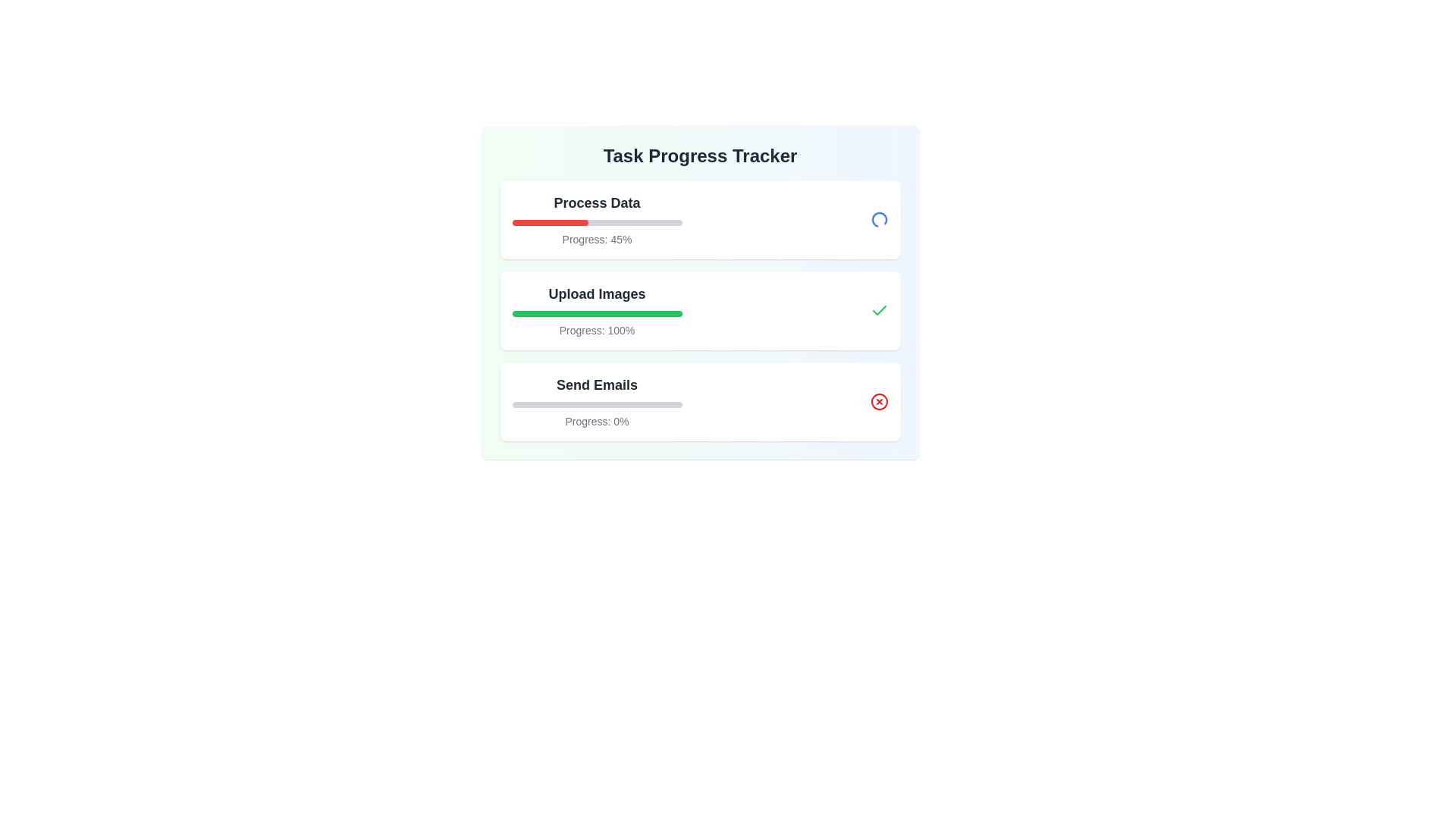 The width and height of the screenshot is (1456, 819). What do you see at coordinates (596, 219) in the screenshot?
I see `the progress bar titled 'Process Data'` at bounding box center [596, 219].